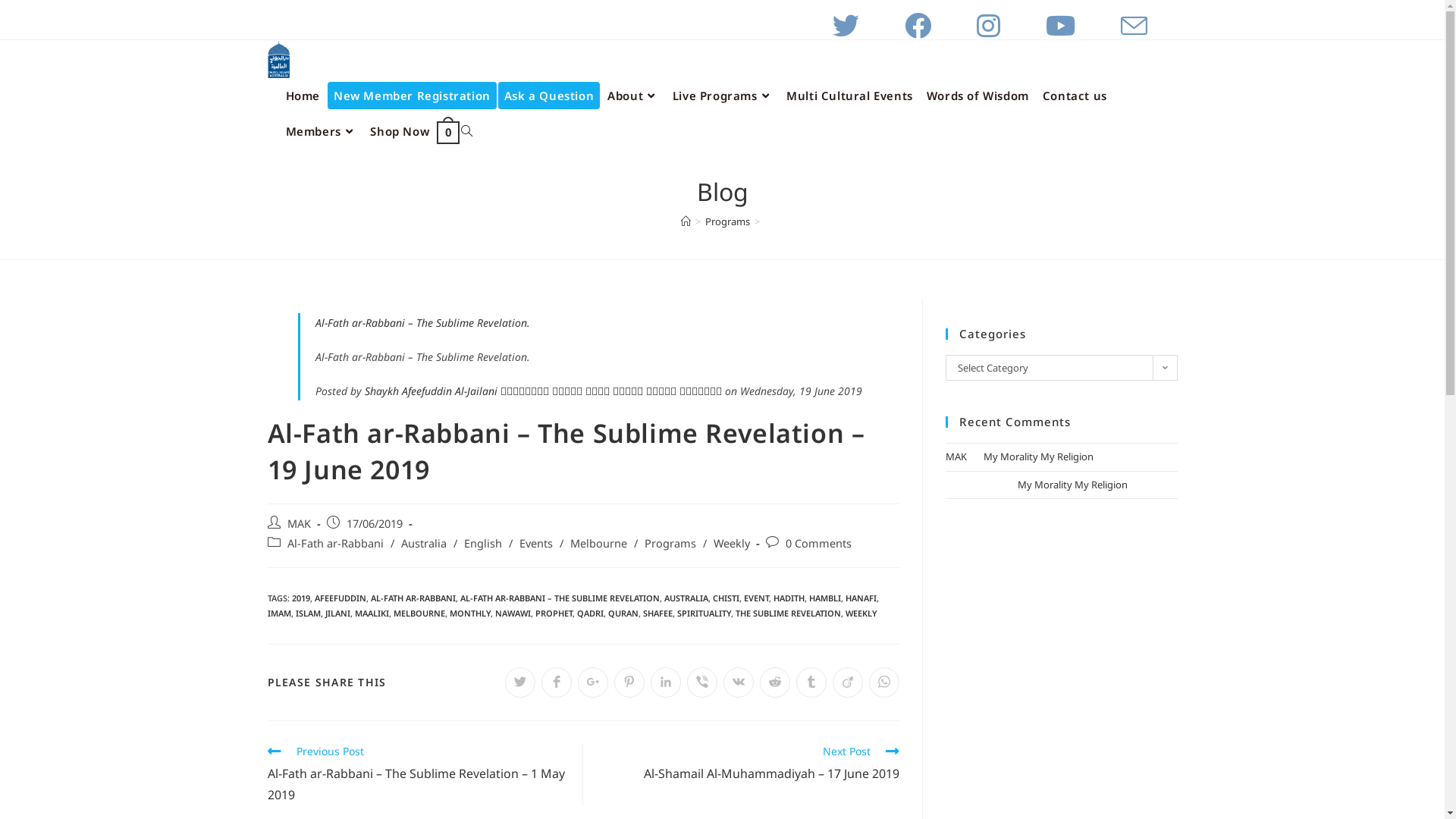 The height and width of the screenshot is (819, 1456). I want to click on 'MELBOURNE', so click(419, 612).